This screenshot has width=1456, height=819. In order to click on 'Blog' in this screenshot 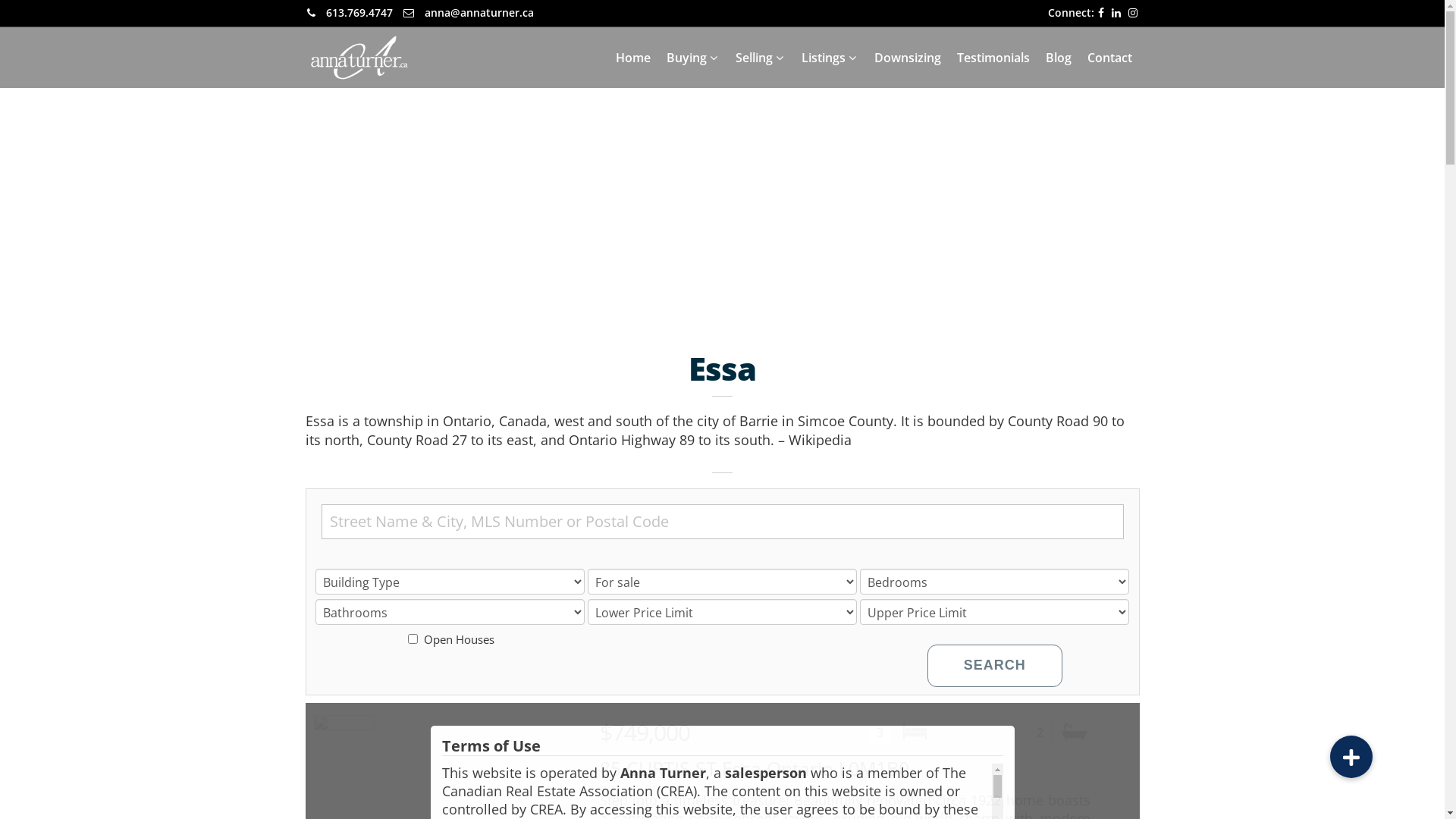, I will do `click(1057, 57)`.